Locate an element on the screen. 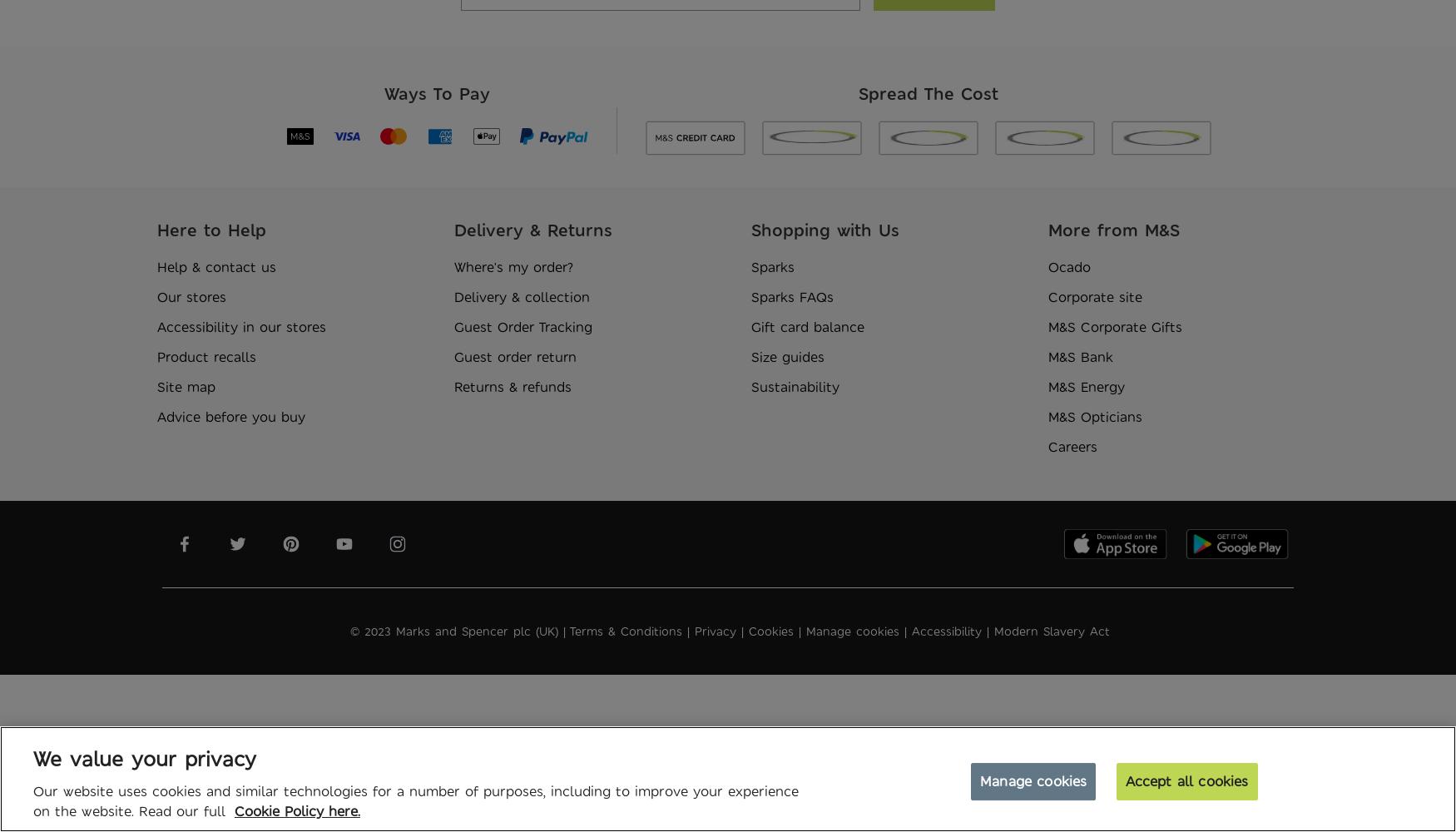  'M&S Opticians' is located at coordinates (1095, 417).